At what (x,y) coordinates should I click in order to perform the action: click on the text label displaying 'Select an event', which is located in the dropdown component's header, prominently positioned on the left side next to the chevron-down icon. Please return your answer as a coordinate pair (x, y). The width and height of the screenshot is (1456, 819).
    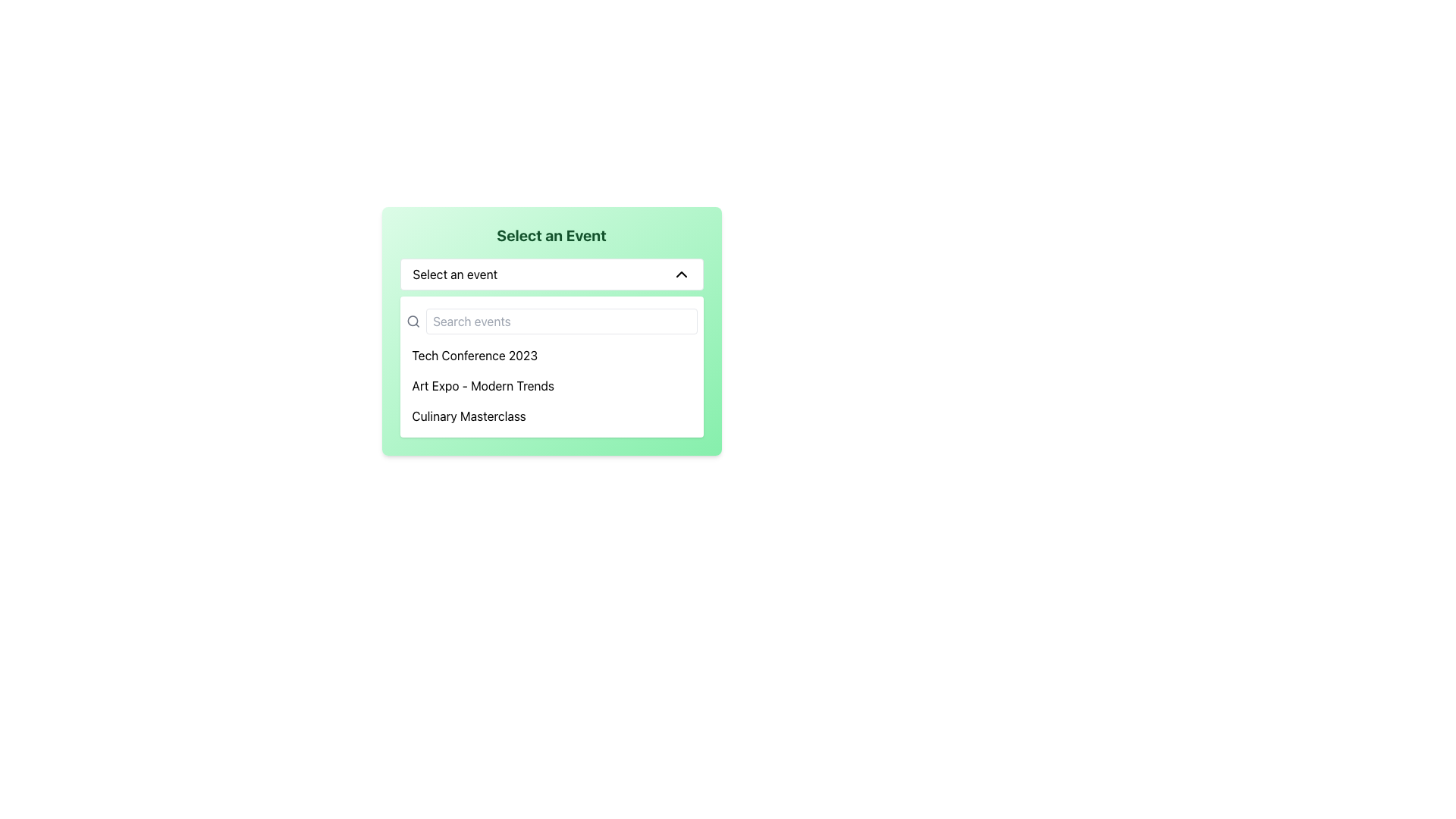
    Looking at the image, I should click on (454, 275).